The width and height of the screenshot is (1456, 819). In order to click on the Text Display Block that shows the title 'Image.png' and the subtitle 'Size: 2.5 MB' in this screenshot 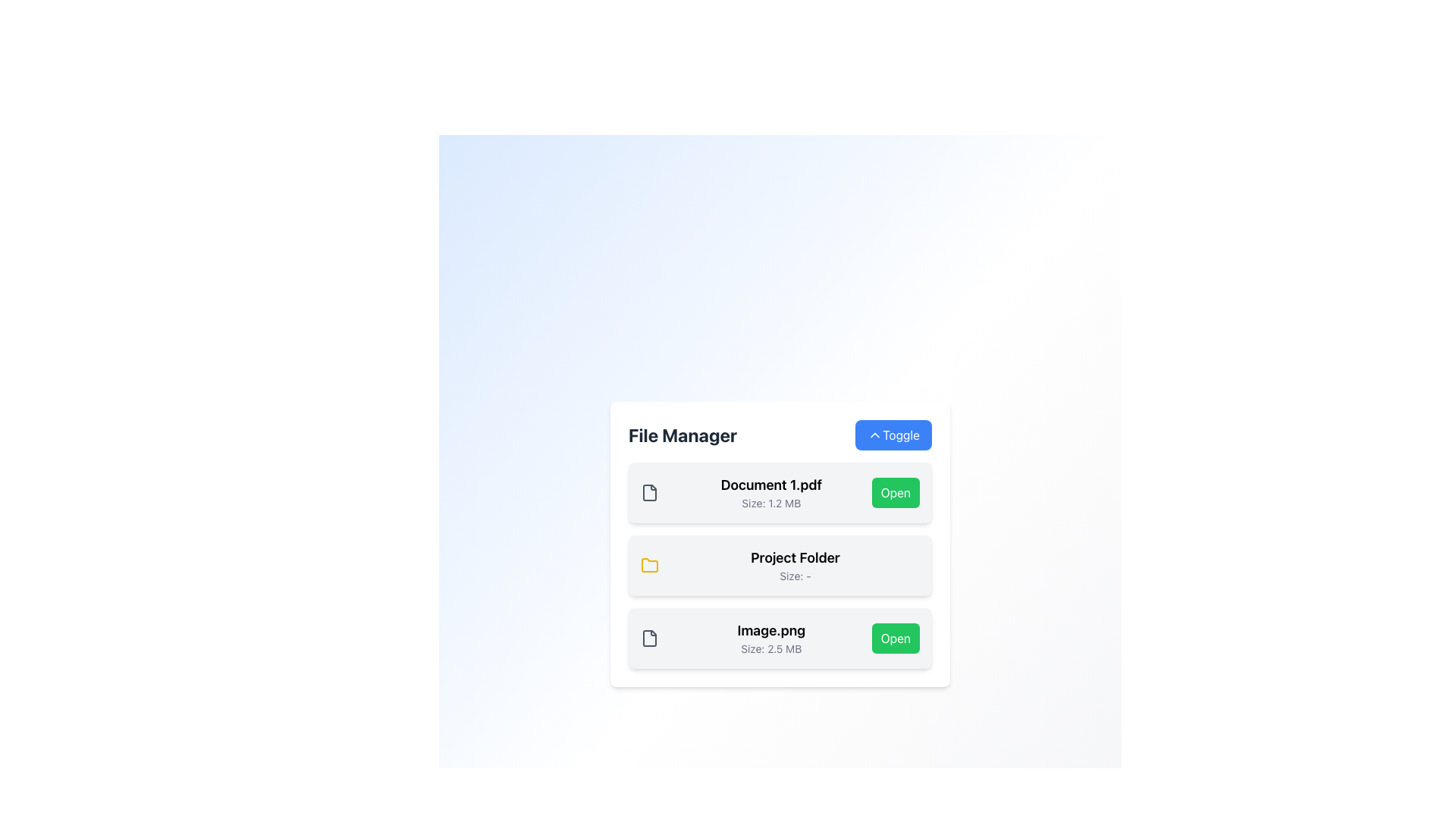, I will do `click(771, 638)`.